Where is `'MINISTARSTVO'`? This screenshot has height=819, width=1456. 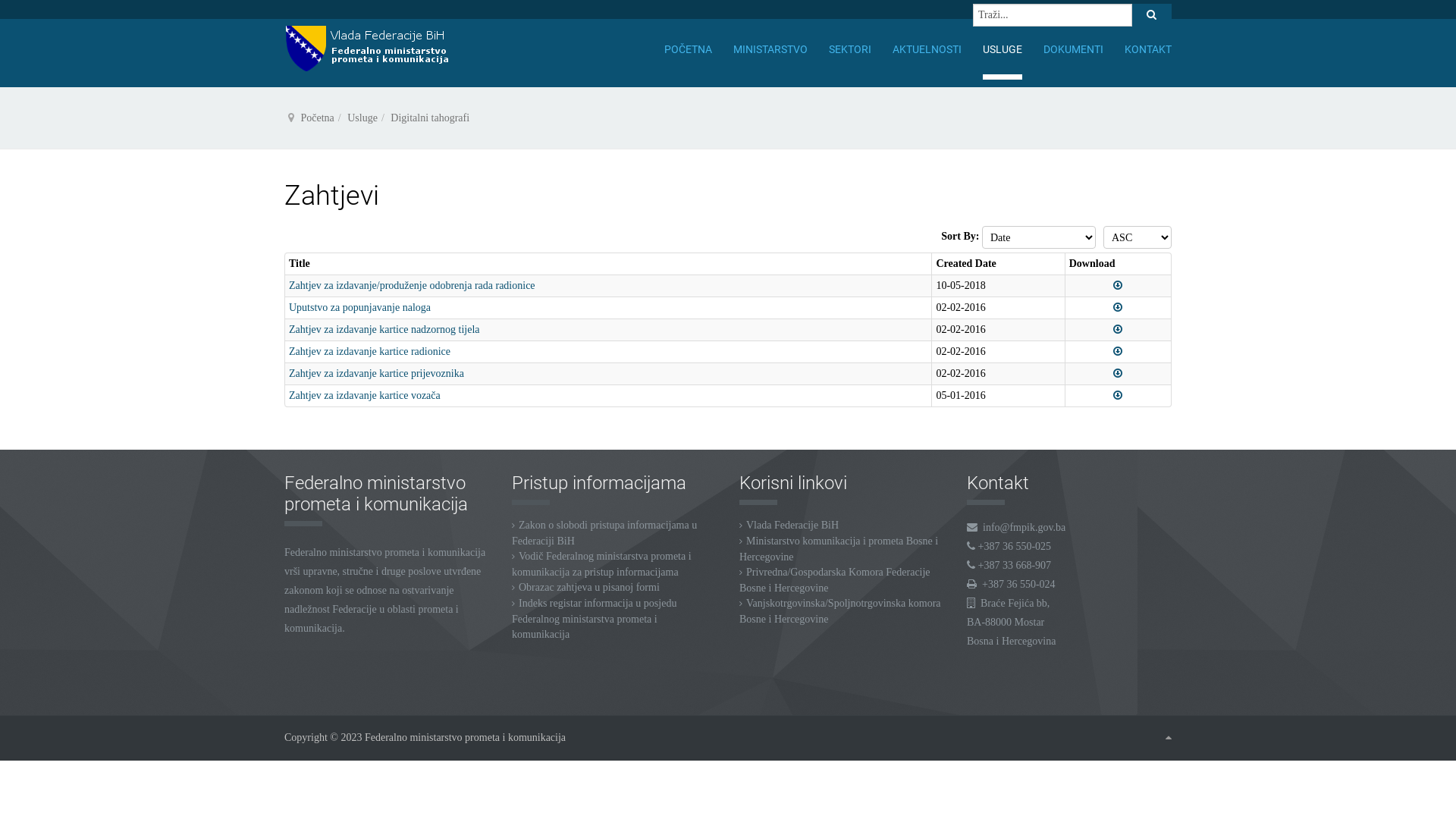
'MINISTARSTVO' is located at coordinates (770, 49).